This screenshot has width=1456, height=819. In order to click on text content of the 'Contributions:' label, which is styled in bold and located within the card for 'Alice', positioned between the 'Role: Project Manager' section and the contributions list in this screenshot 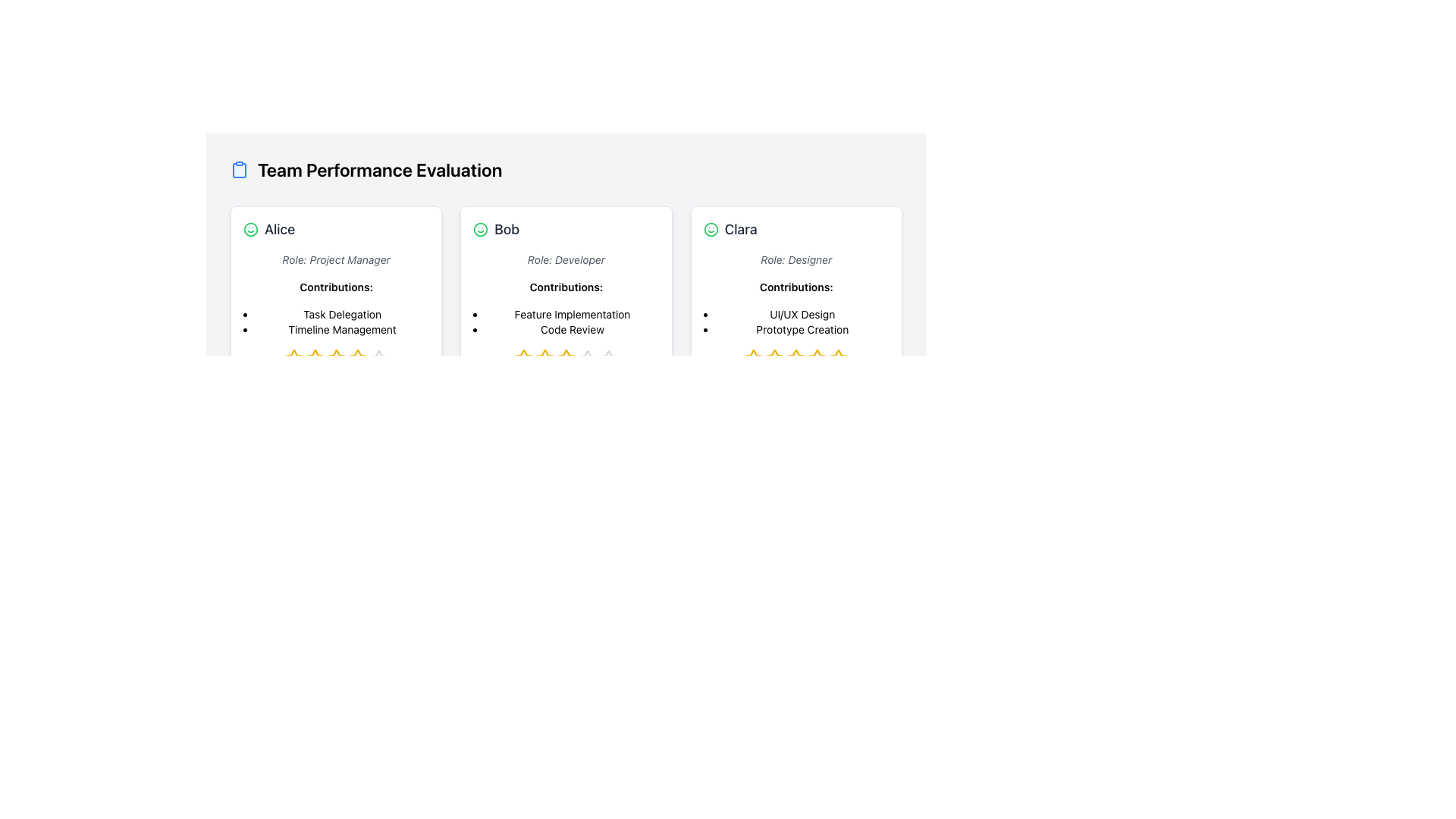, I will do `click(335, 287)`.